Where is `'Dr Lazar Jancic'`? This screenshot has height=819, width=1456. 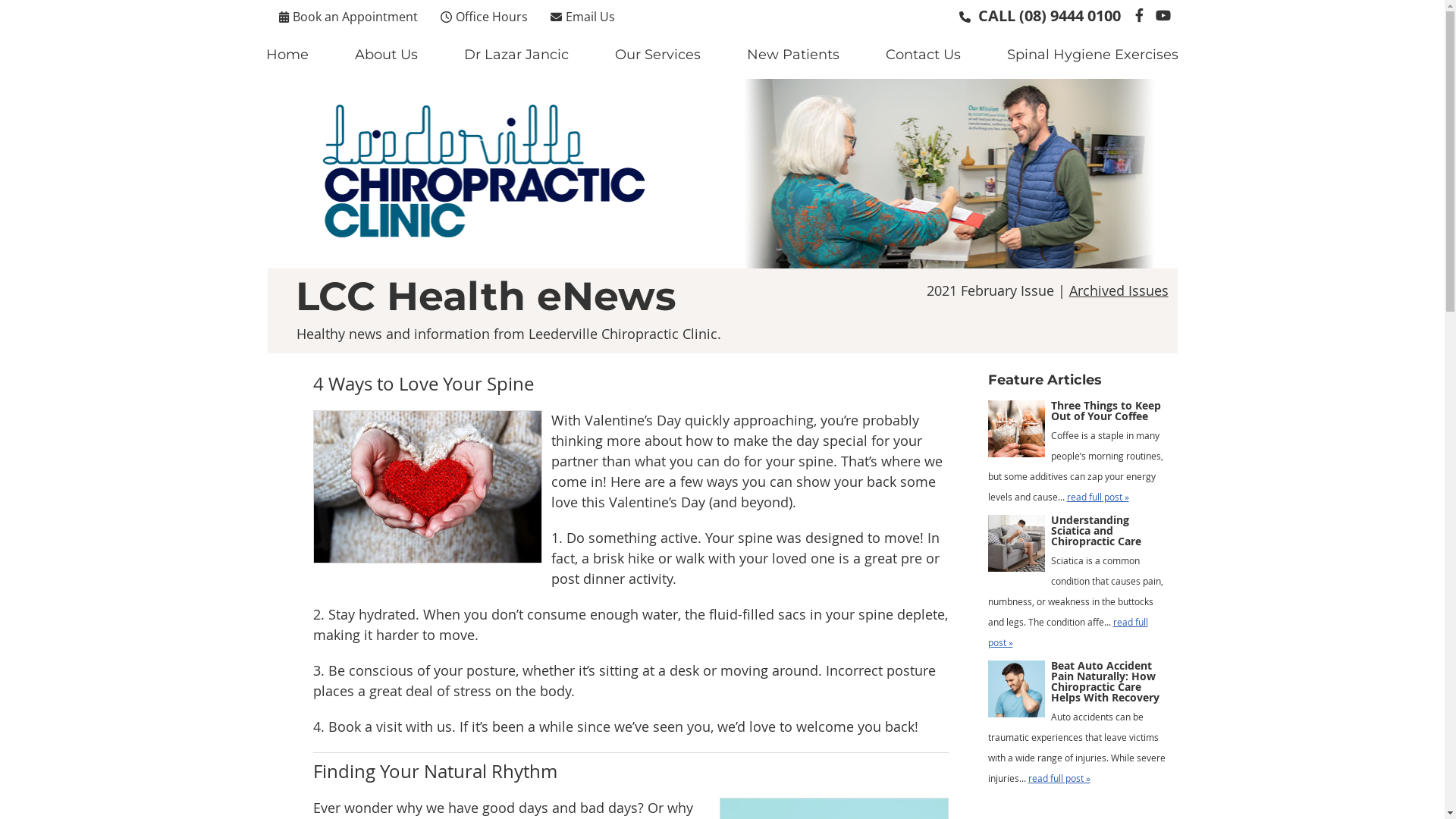 'Dr Lazar Jancic' is located at coordinates (440, 54).